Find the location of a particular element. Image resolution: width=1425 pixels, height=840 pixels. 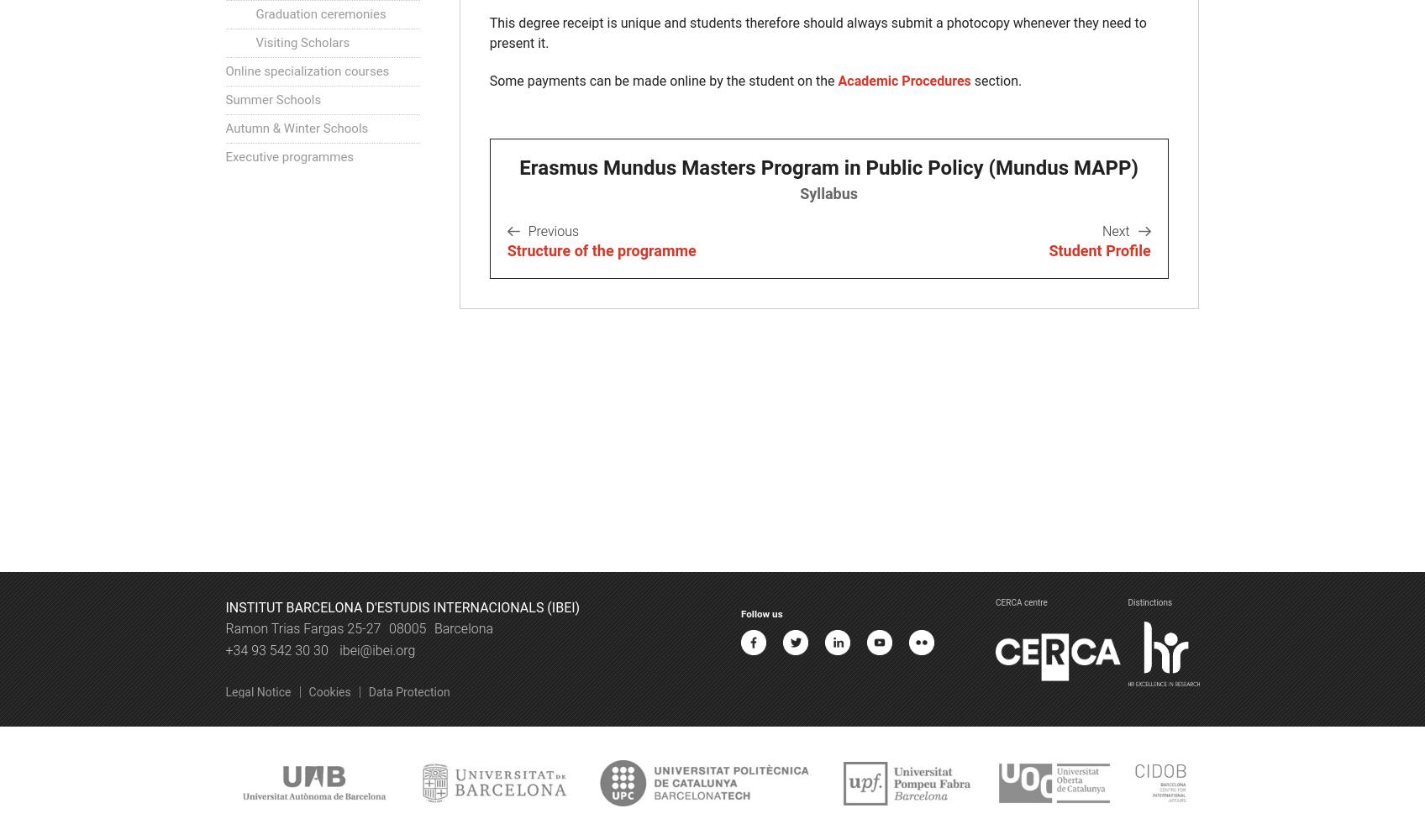

'Academic Procedures' is located at coordinates (838, 79).